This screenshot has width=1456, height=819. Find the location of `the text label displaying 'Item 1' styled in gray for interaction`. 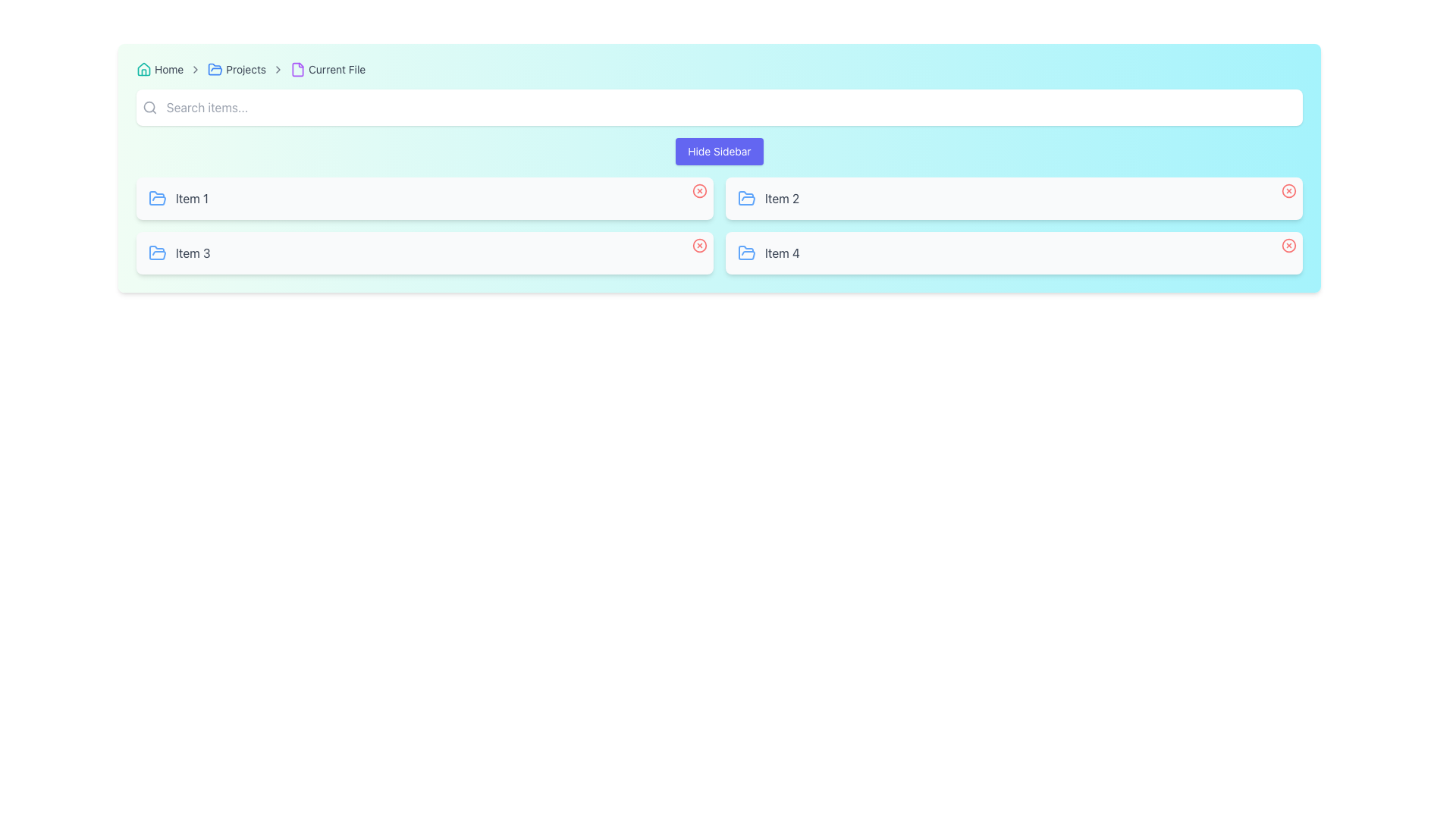

the text label displaying 'Item 1' styled in gray for interaction is located at coordinates (191, 198).